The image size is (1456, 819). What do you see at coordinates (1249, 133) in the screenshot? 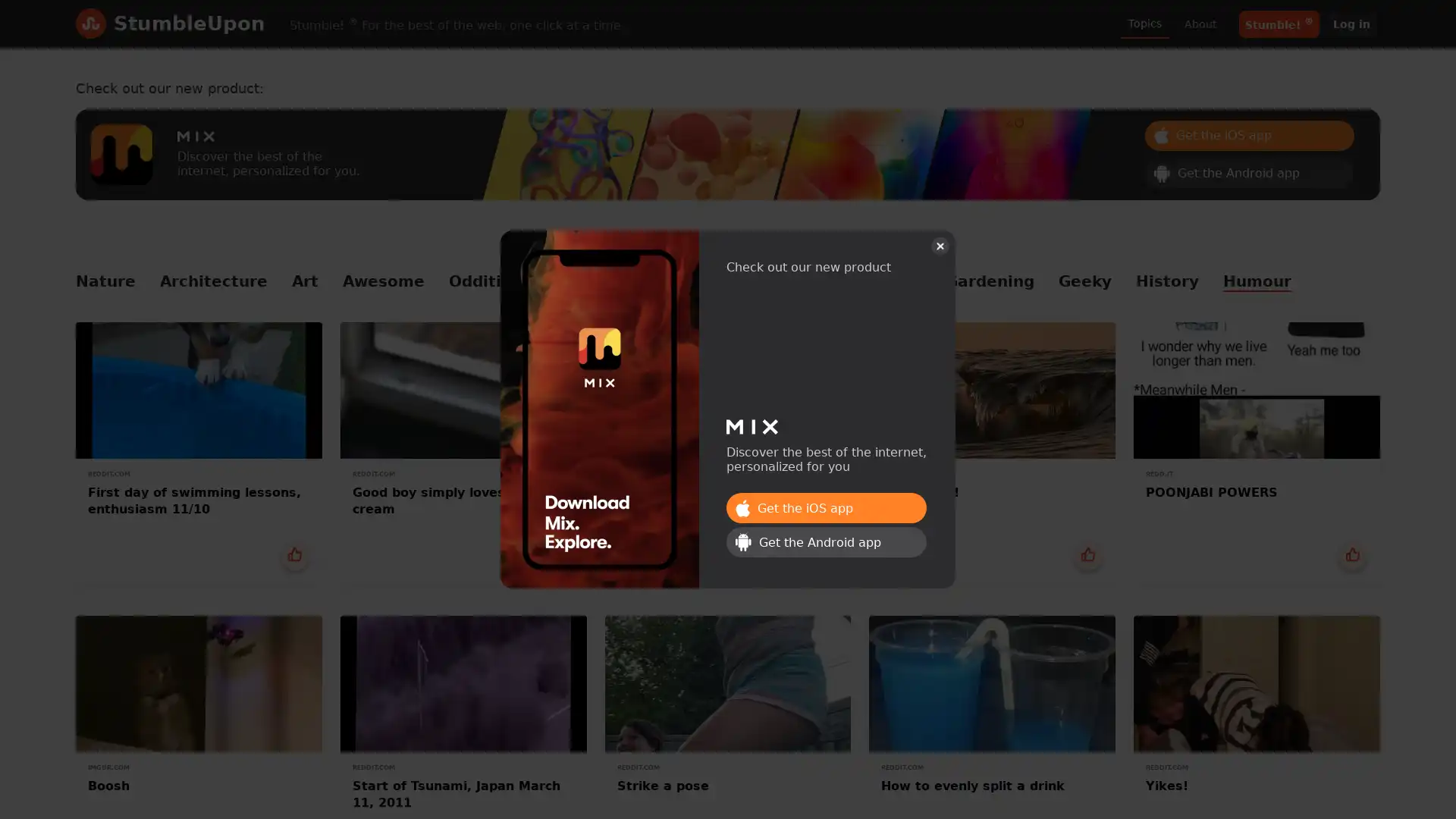
I see `Header Image 1 Get the iOS app` at bounding box center [1249, 133].